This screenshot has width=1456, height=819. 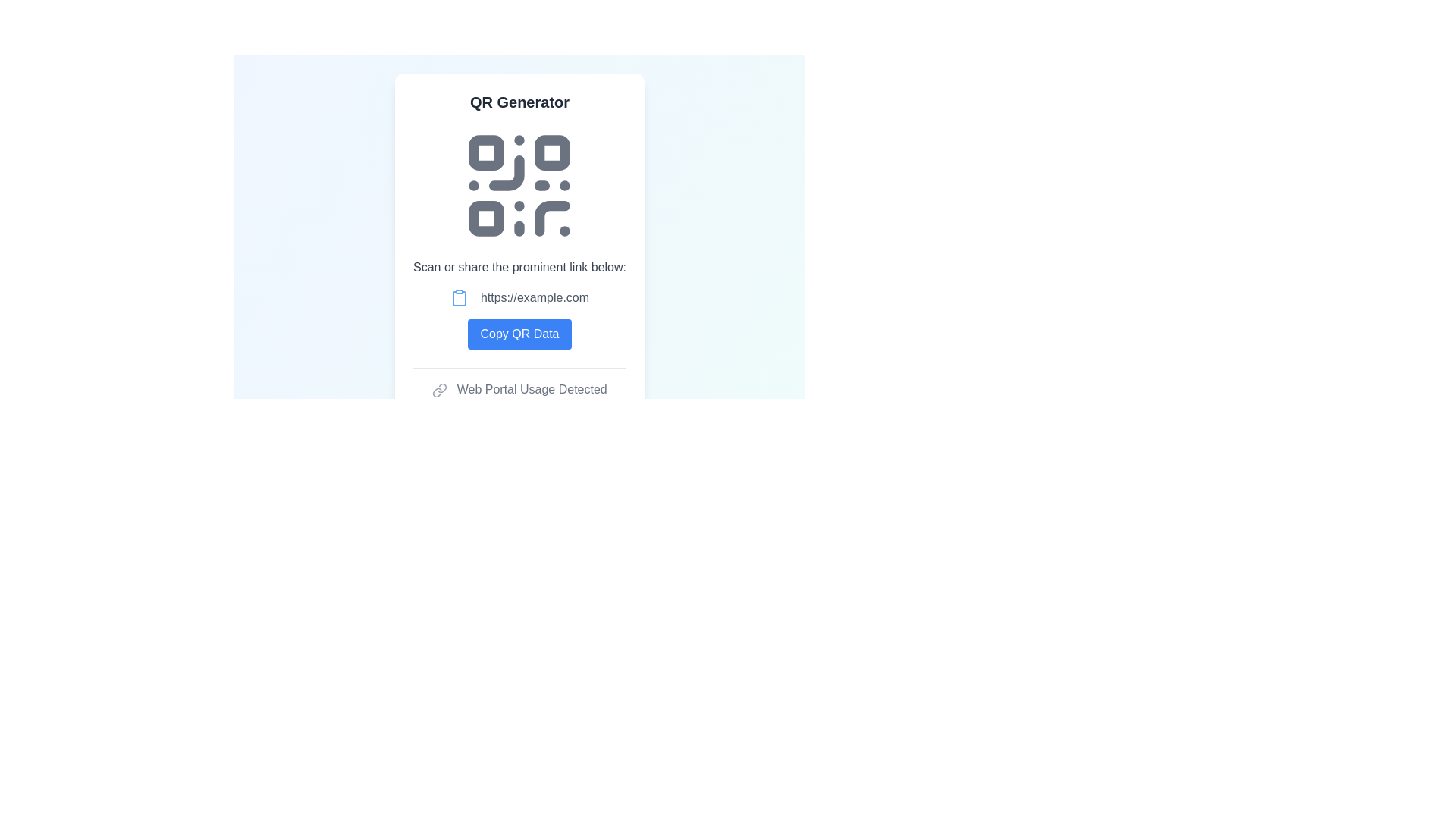 What do you see at coordinates (519, 388) in the screenshot?
I see `the informational text element located at the bottom of the 'QR Generator' card, directly below the 'Copy QR Data' button` at bounding box center [519, 388].